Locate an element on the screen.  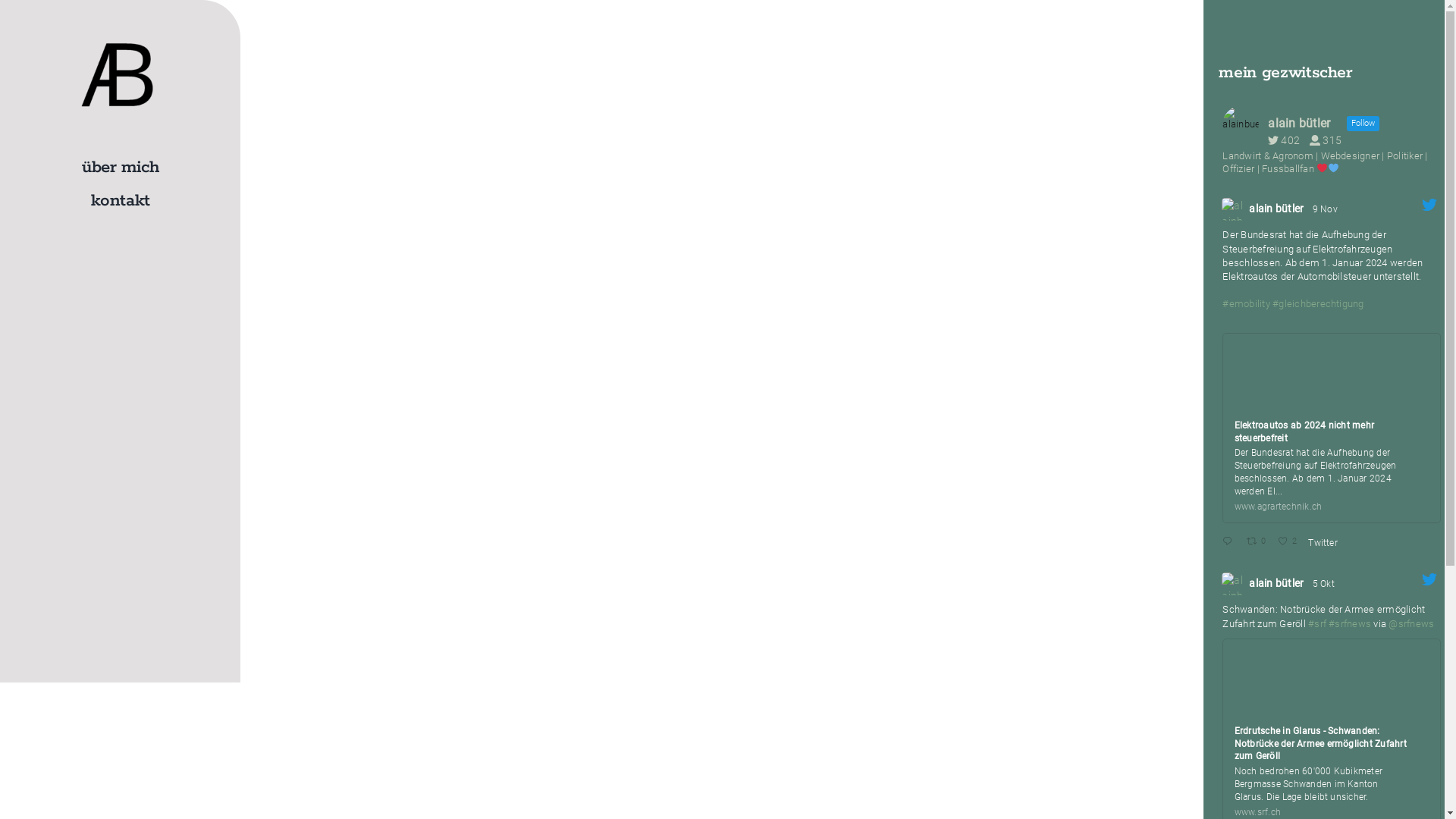
'kontakt' is located at coordinates (119, 201).